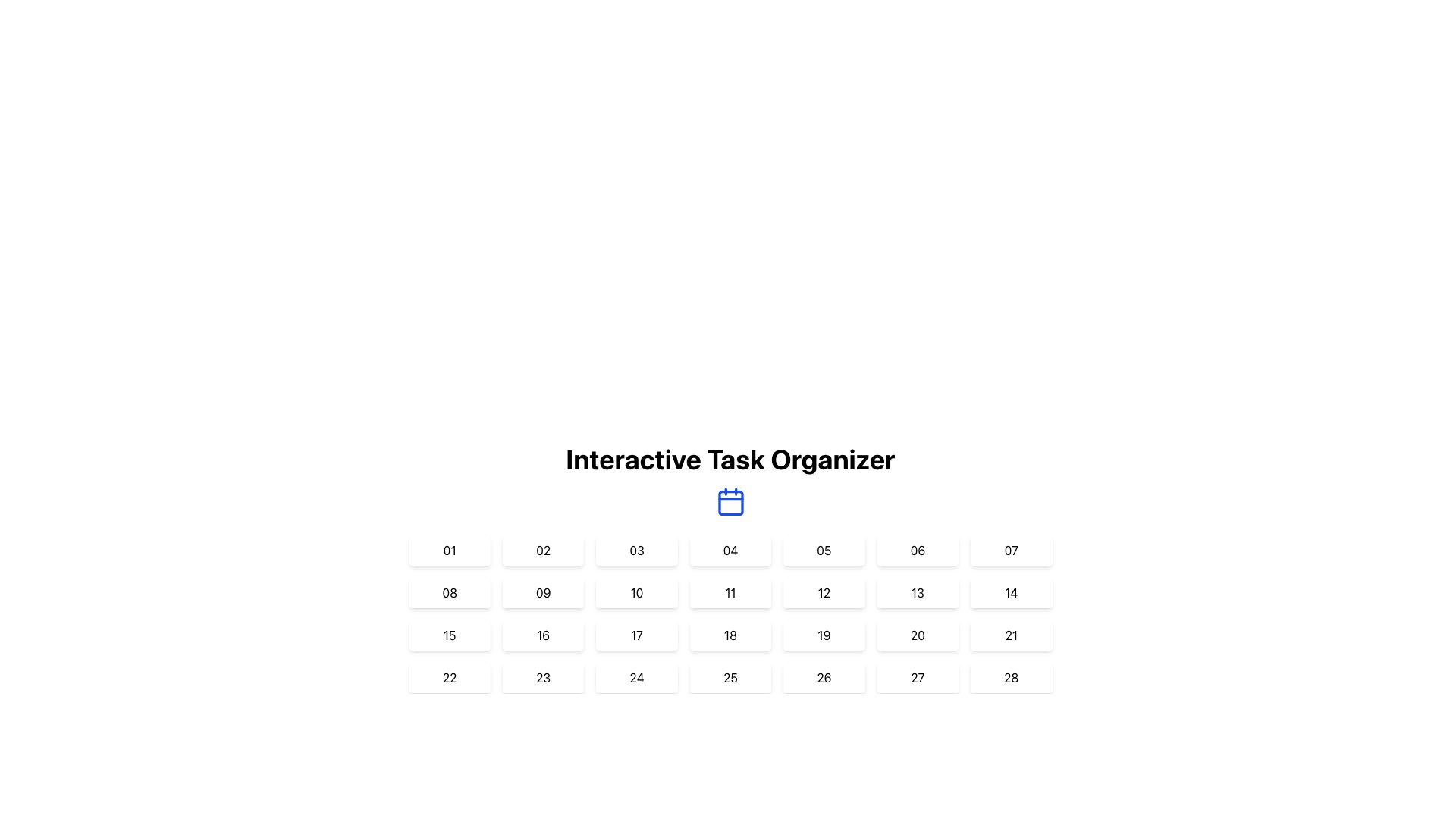 Image resolution: width=1456 pixels, height=819 pixels. I want to click on the button displaying the number '26' located in the fifth row and fifth position of the grid, so click(823, 677).